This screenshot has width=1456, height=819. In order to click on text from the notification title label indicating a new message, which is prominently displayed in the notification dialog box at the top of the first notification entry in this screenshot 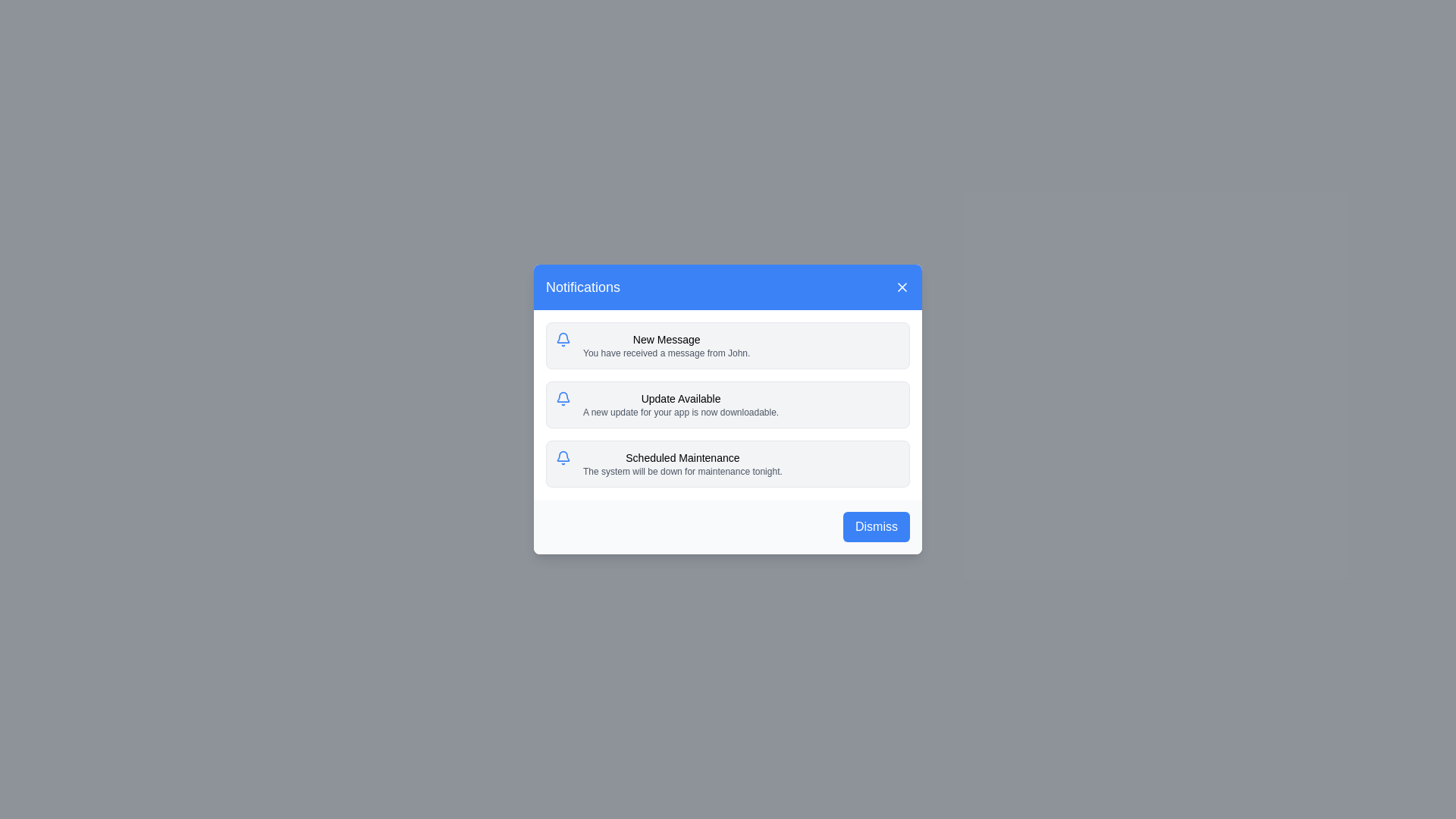, I will do `click(667, 338)`.